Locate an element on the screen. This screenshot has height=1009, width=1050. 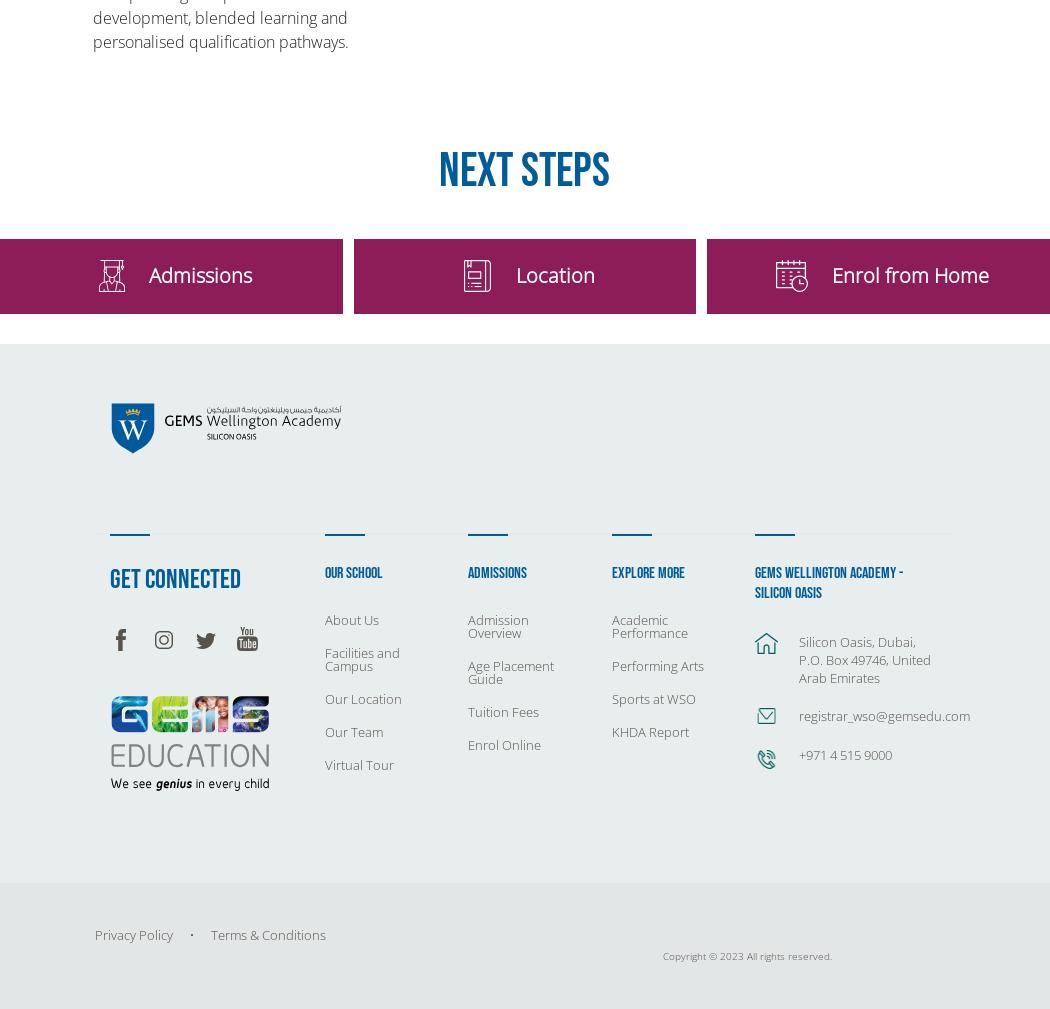
'Enrol from Home' is located at coordinates (910, 274).